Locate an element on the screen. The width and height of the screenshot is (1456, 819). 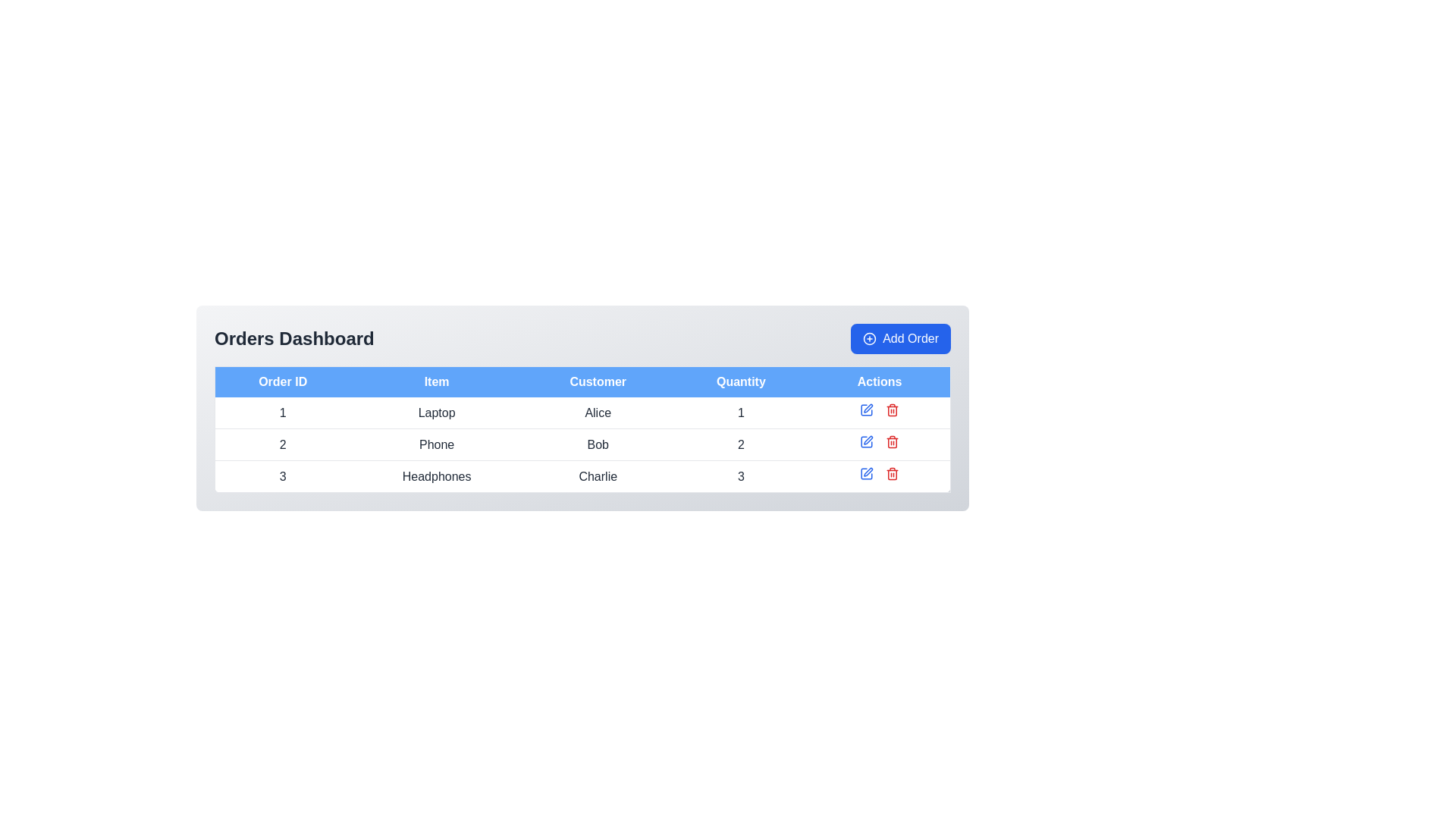
the trash can icon button located in the 'Actions' column of the third row of the table, which corresponds to the row displaying 'Headphones' is located at coordinates (893, 472).